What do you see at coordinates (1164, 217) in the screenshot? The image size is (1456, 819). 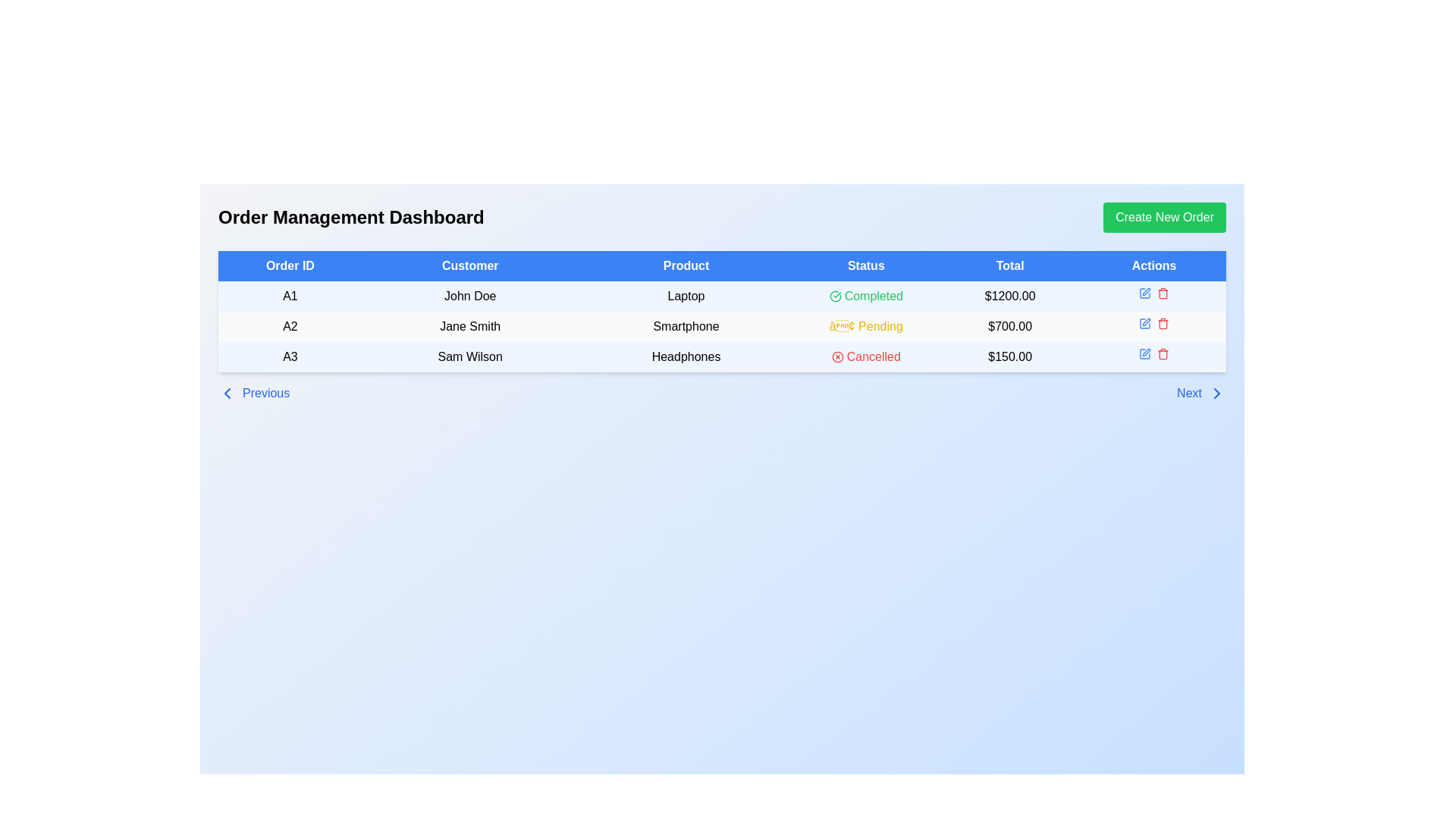 I see `the green button labeled 'Create New Order' to trigger hover-specific effects` at bounding box center [1164, 217].